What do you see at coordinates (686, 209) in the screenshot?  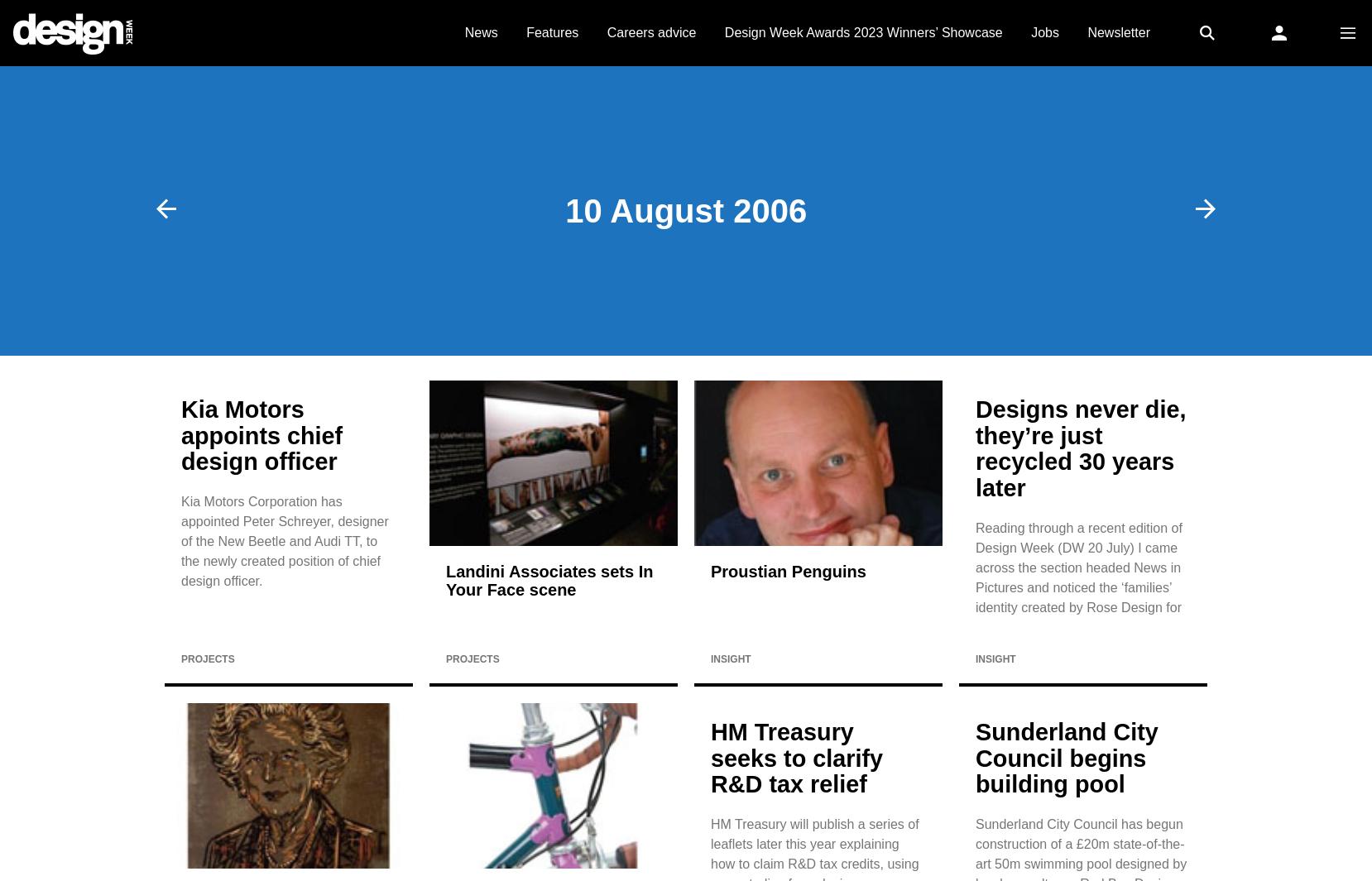 I see `'10 August 2006'` at bounding box center [686, 209].